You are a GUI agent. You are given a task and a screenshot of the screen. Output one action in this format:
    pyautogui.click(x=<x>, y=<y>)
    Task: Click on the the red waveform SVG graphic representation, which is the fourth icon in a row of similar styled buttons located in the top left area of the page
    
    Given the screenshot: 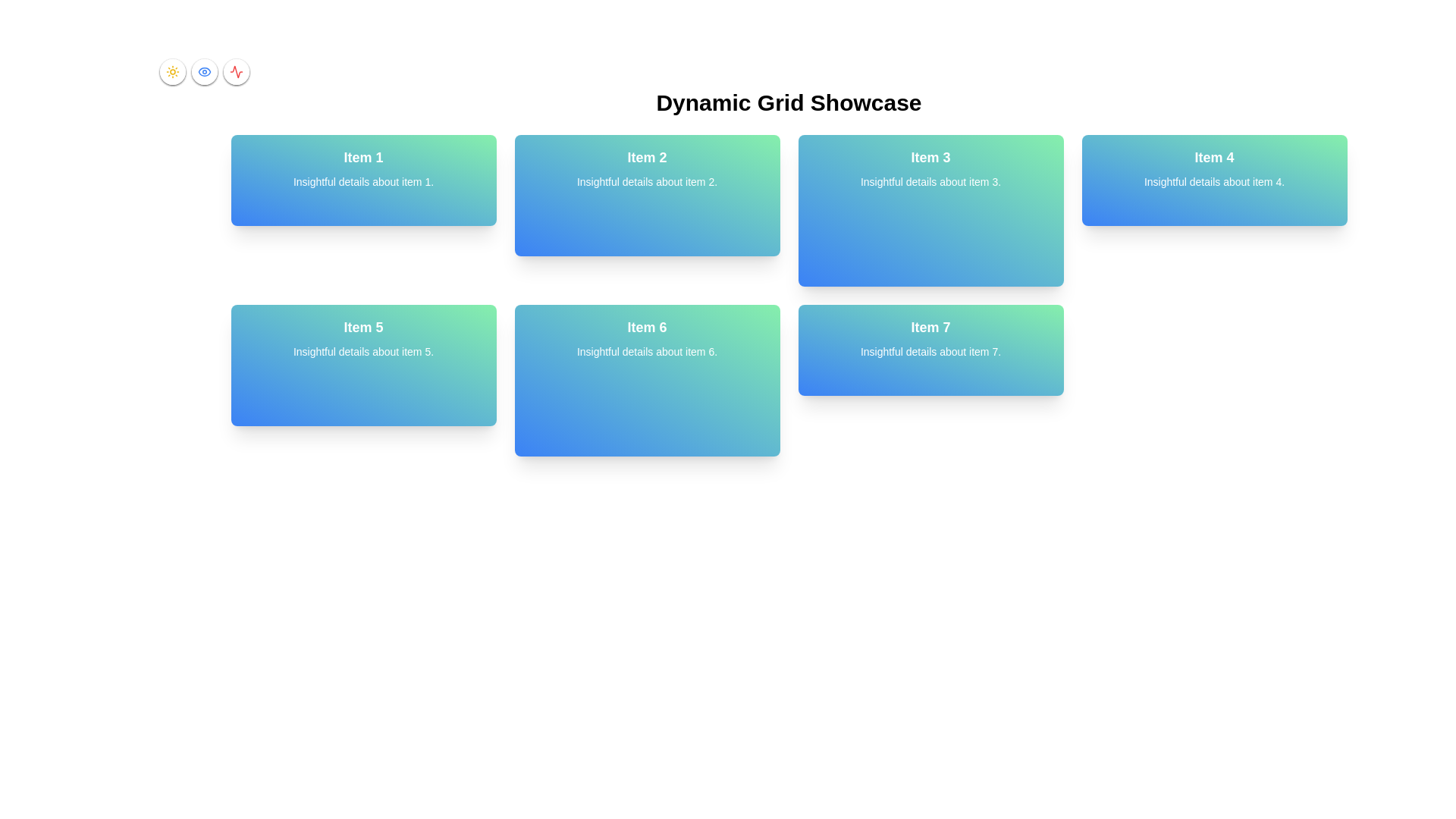 What is the action you would take?
    pyautogui.click(x=236, y=72)
    